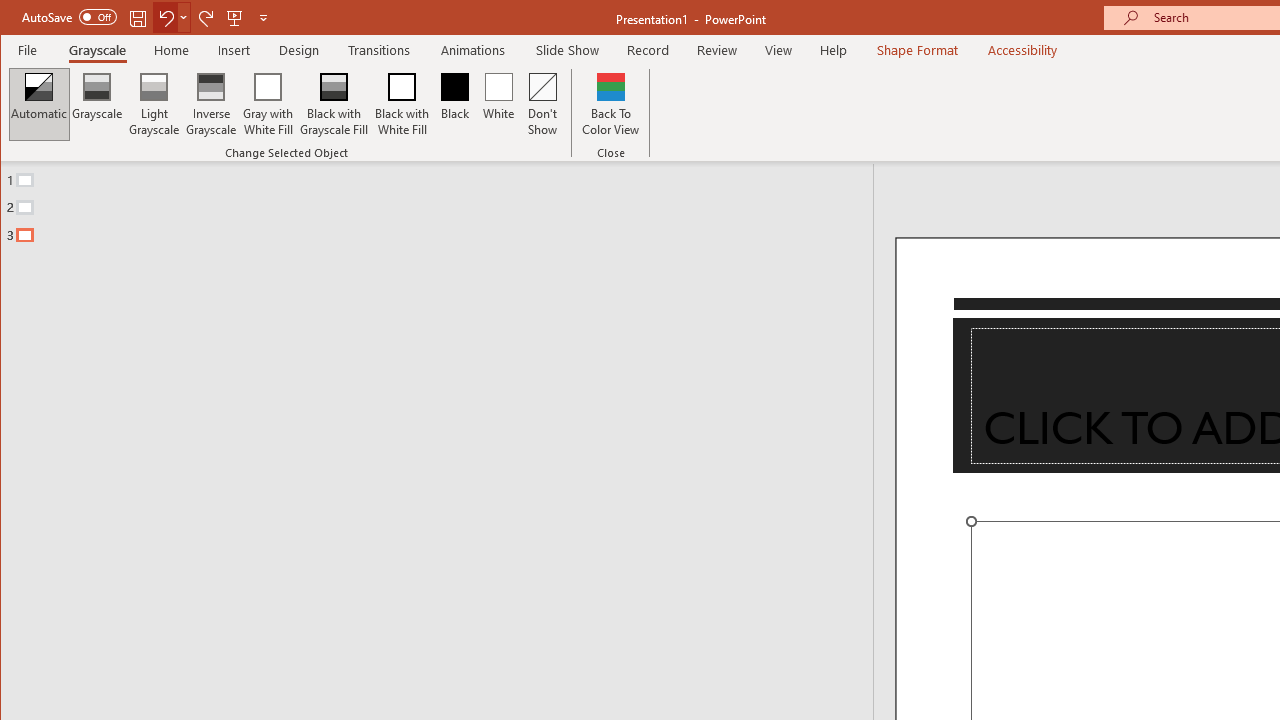  Describe the element at coordinates (334, 104) in the screenshot. I see `'Black with Grayscale Fill'` at that location.